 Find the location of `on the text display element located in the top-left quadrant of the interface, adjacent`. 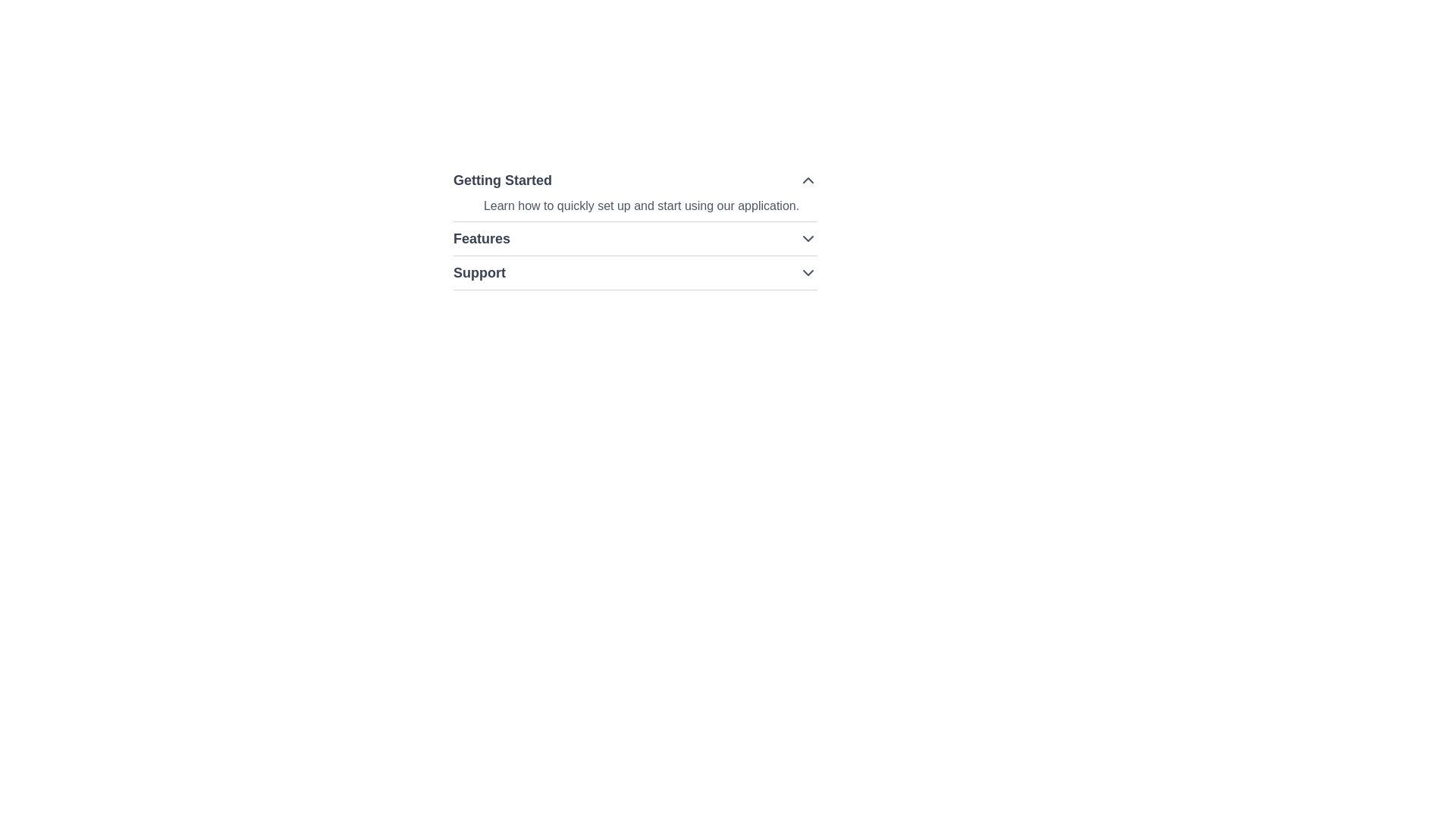

on the text display element located in the top-left quadrant of the interface, adjacent is located at coordinates (481, 239).